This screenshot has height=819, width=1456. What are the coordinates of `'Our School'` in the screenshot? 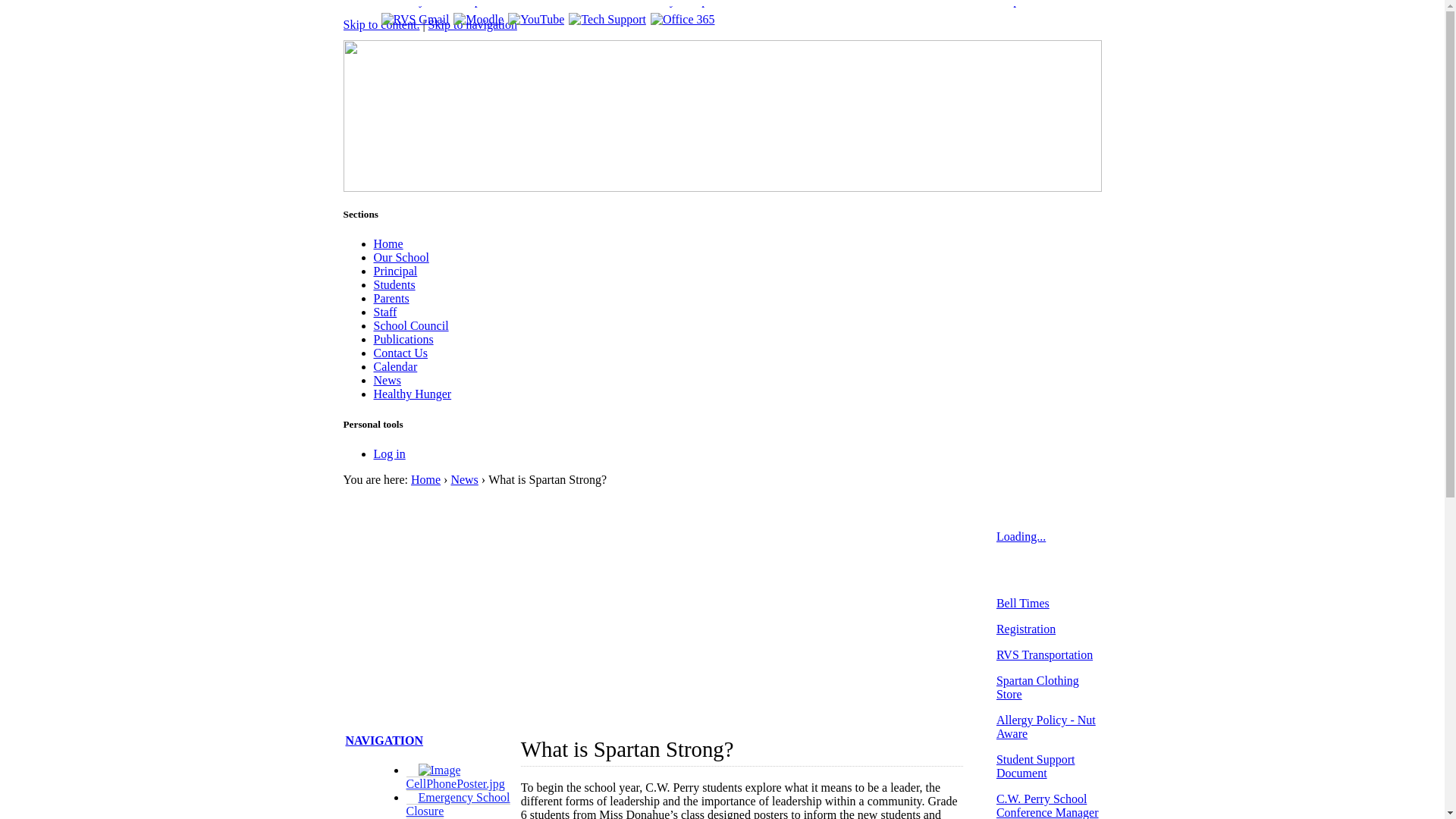 It's located at (400, 256).